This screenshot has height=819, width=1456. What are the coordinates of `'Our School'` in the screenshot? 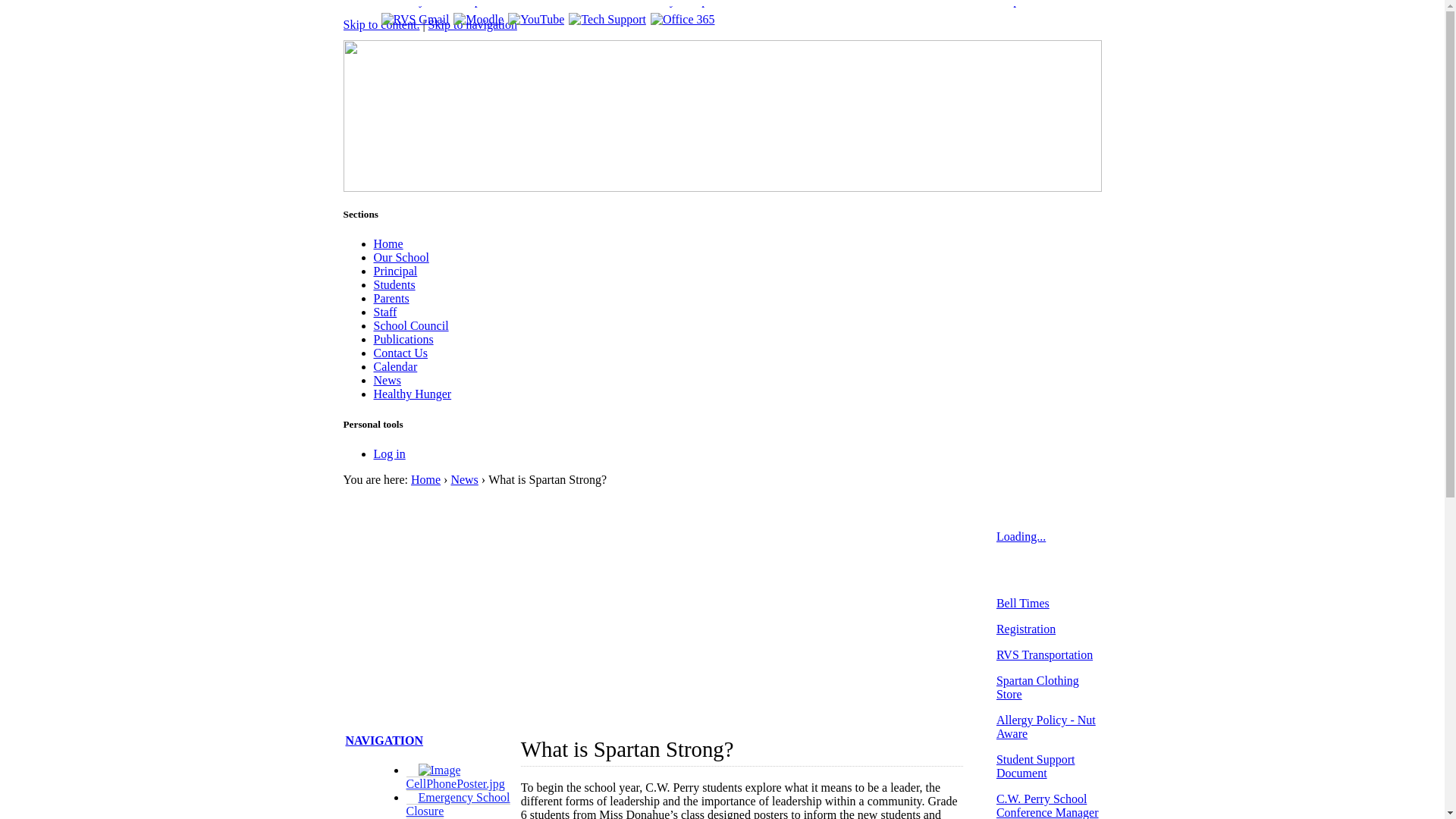 It's located at (400, 256).